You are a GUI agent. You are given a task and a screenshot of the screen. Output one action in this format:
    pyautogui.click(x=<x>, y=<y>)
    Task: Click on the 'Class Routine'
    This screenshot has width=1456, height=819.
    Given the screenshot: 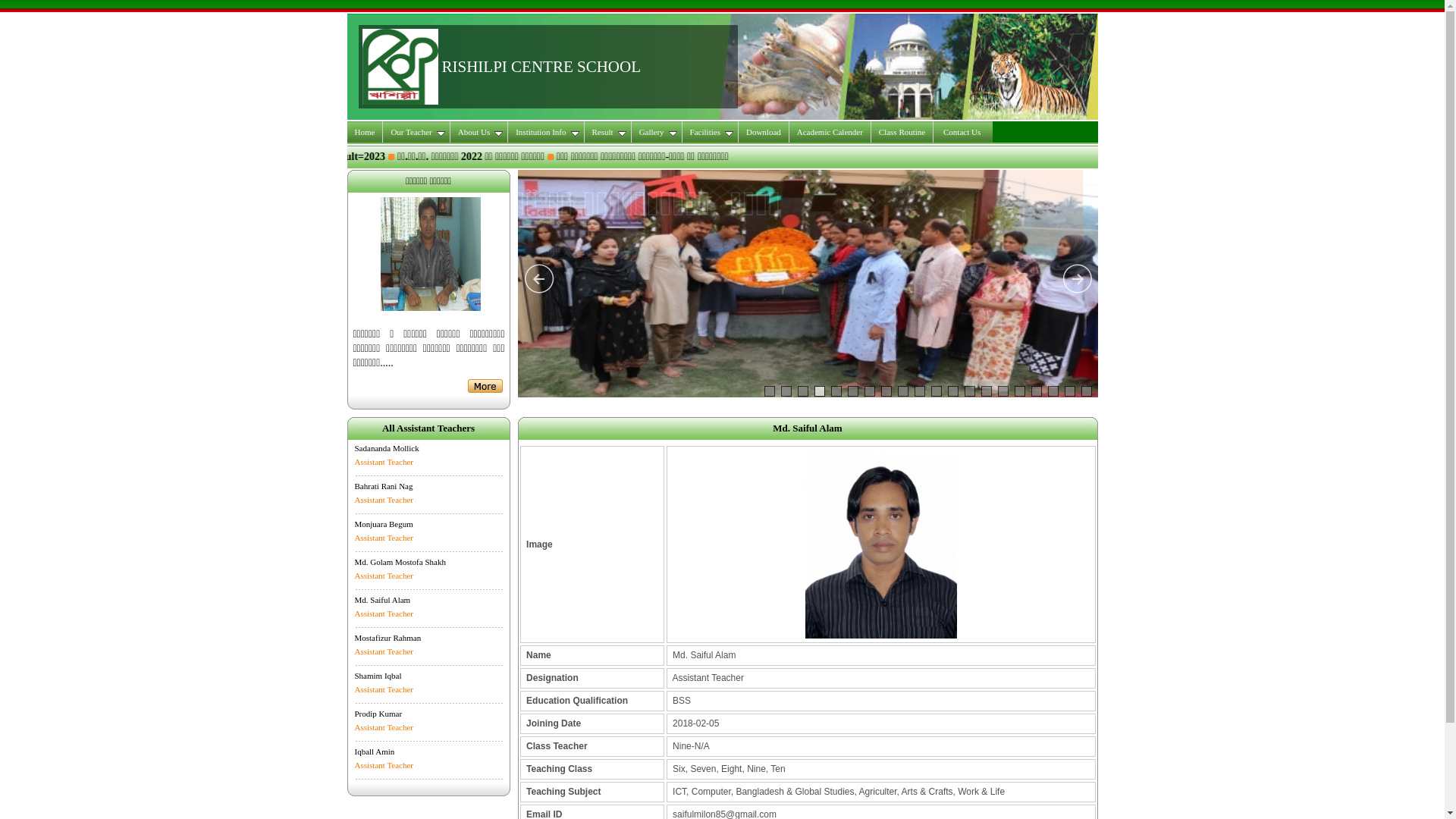 What is the action you would take?
    pyautogui.click(x=902, y=130)
    